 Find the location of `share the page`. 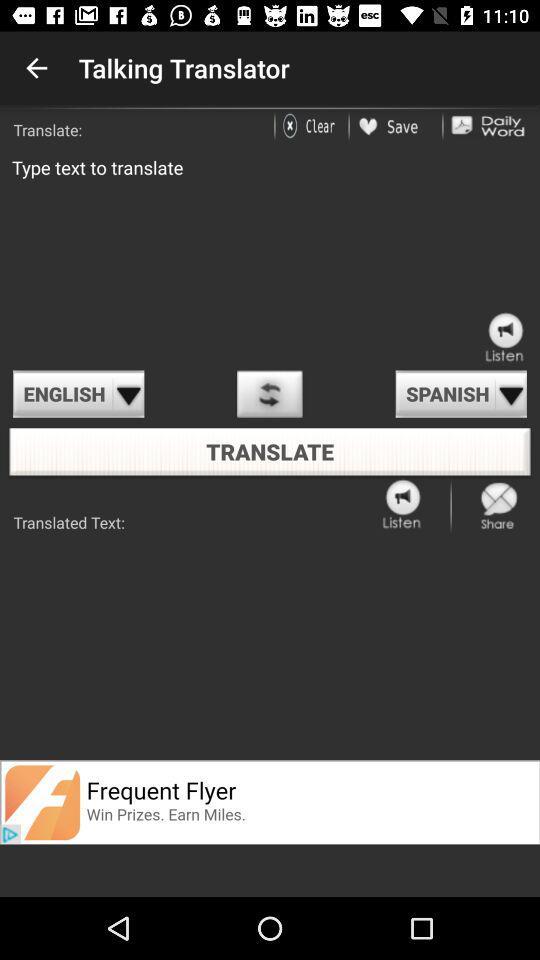

share the page is located at coordinates (498, 504).